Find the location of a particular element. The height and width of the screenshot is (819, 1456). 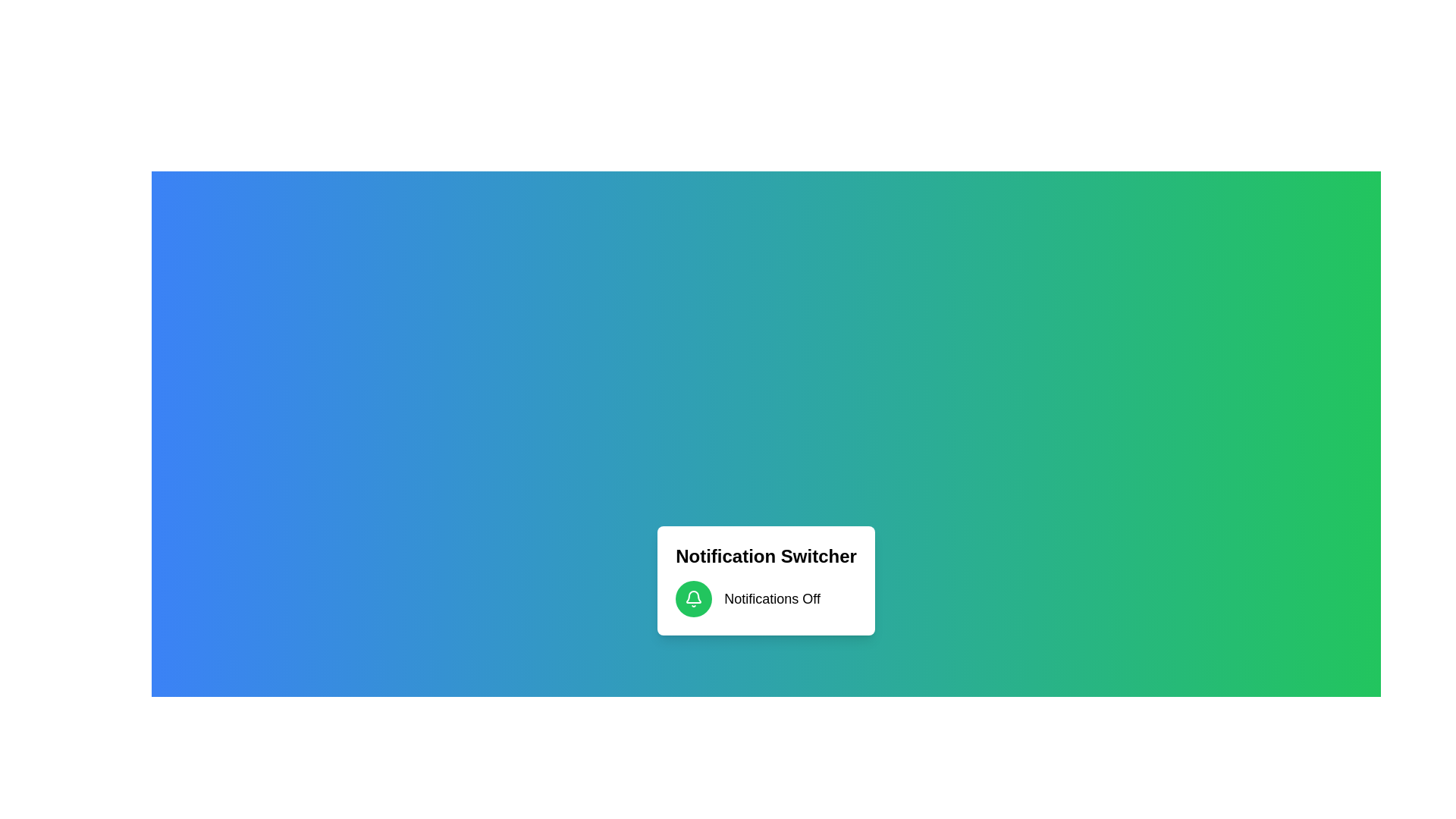

text label displaying the current state of notifications, which shows 'Off' and is located to the right of a green circular bell icon is located at coordinates (772, 598).